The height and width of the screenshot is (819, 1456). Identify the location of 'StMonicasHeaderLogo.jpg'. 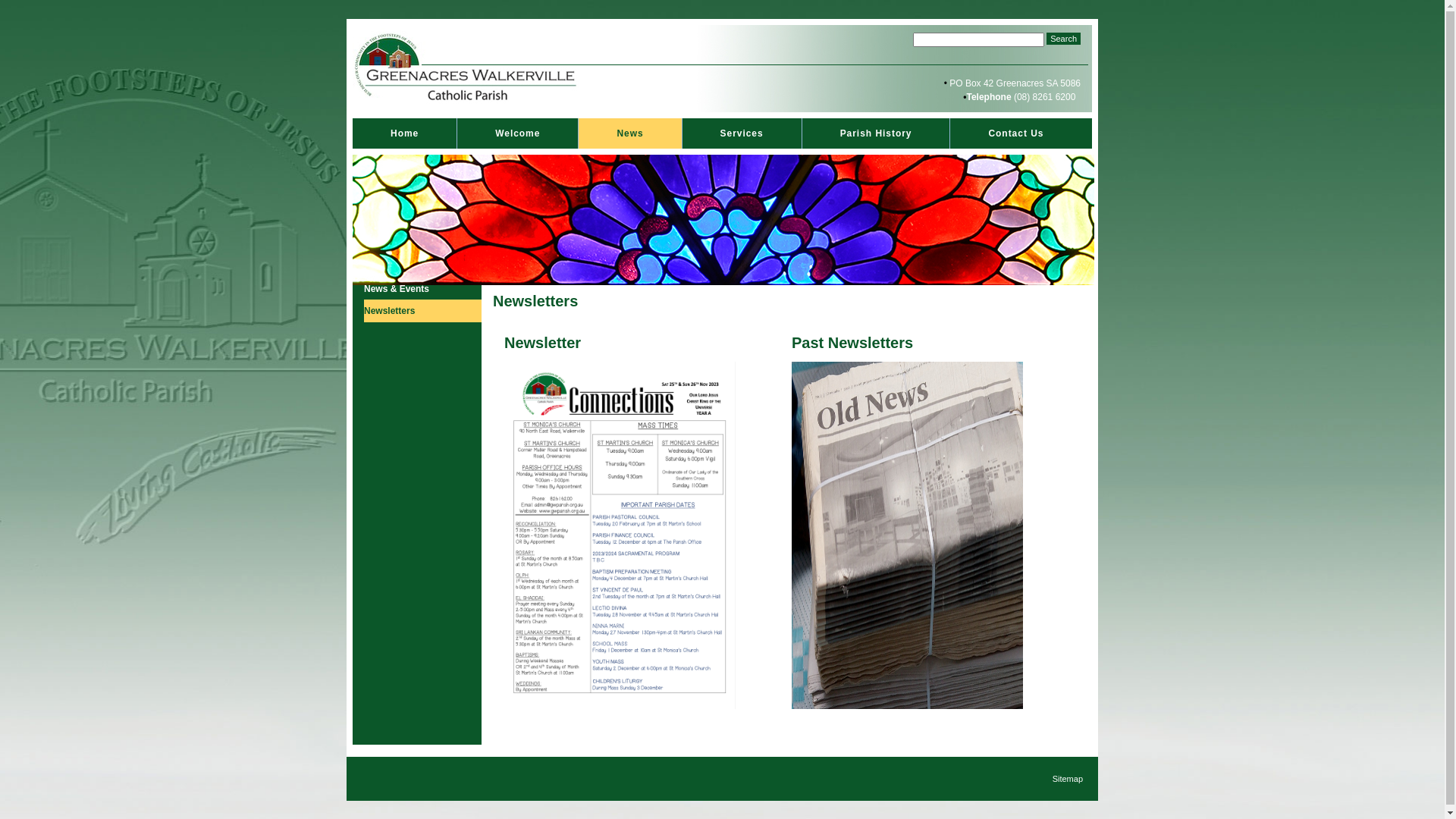
(466, 68).